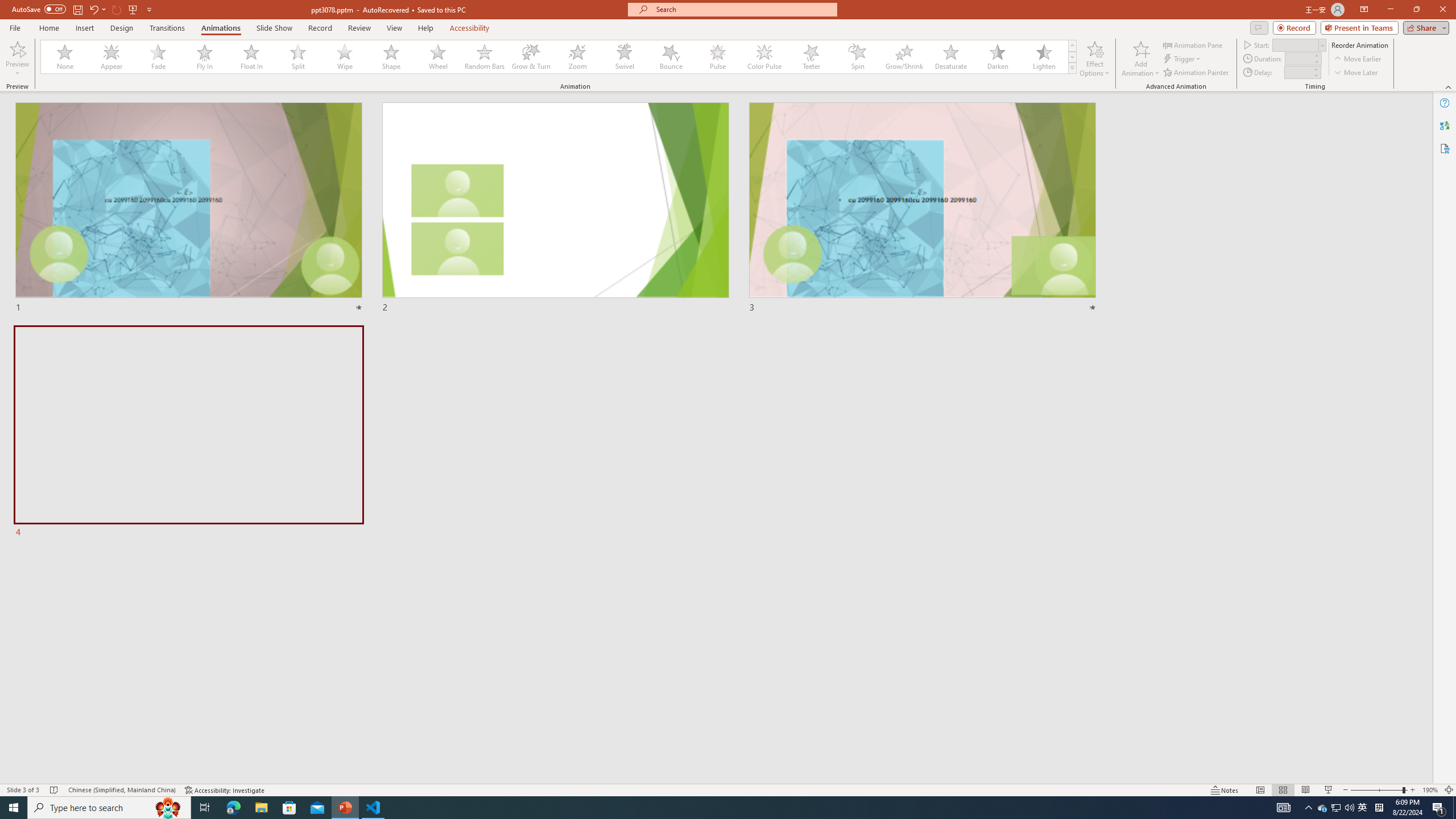 The width and height of the screenshot is (1456, 819). Describe the element at coordinates (345, 56) in the screenshot. I see `'Wipe'` at that location.